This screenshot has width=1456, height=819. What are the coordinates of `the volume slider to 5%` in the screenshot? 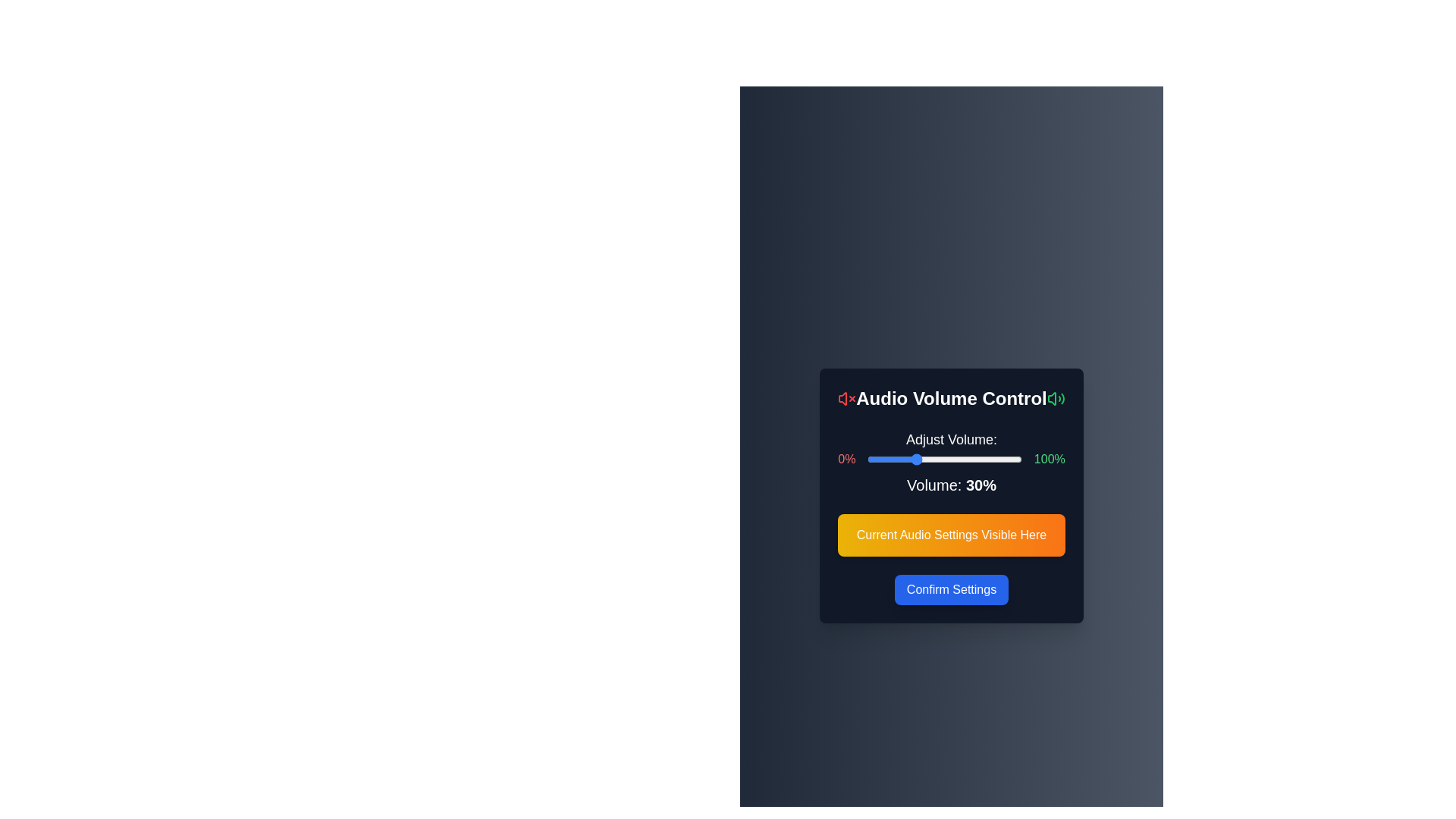 It's located at (875, 458).